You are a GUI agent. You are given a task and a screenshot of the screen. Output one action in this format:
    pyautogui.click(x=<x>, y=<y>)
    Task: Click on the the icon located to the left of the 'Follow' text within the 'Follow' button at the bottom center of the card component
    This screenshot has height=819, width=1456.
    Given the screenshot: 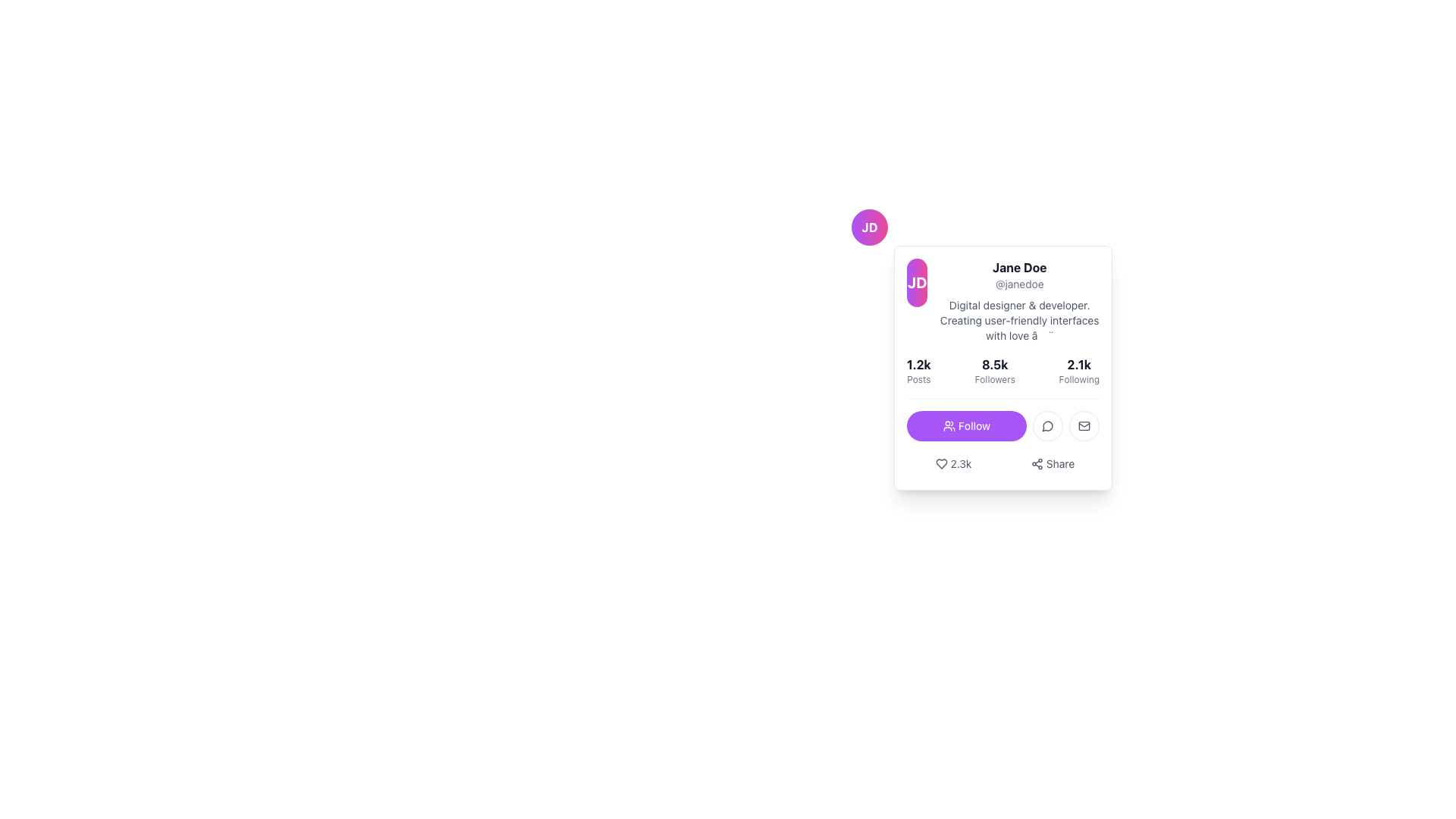 What is the action you would take?
    pyautogui.click(x=948, y=426)
    